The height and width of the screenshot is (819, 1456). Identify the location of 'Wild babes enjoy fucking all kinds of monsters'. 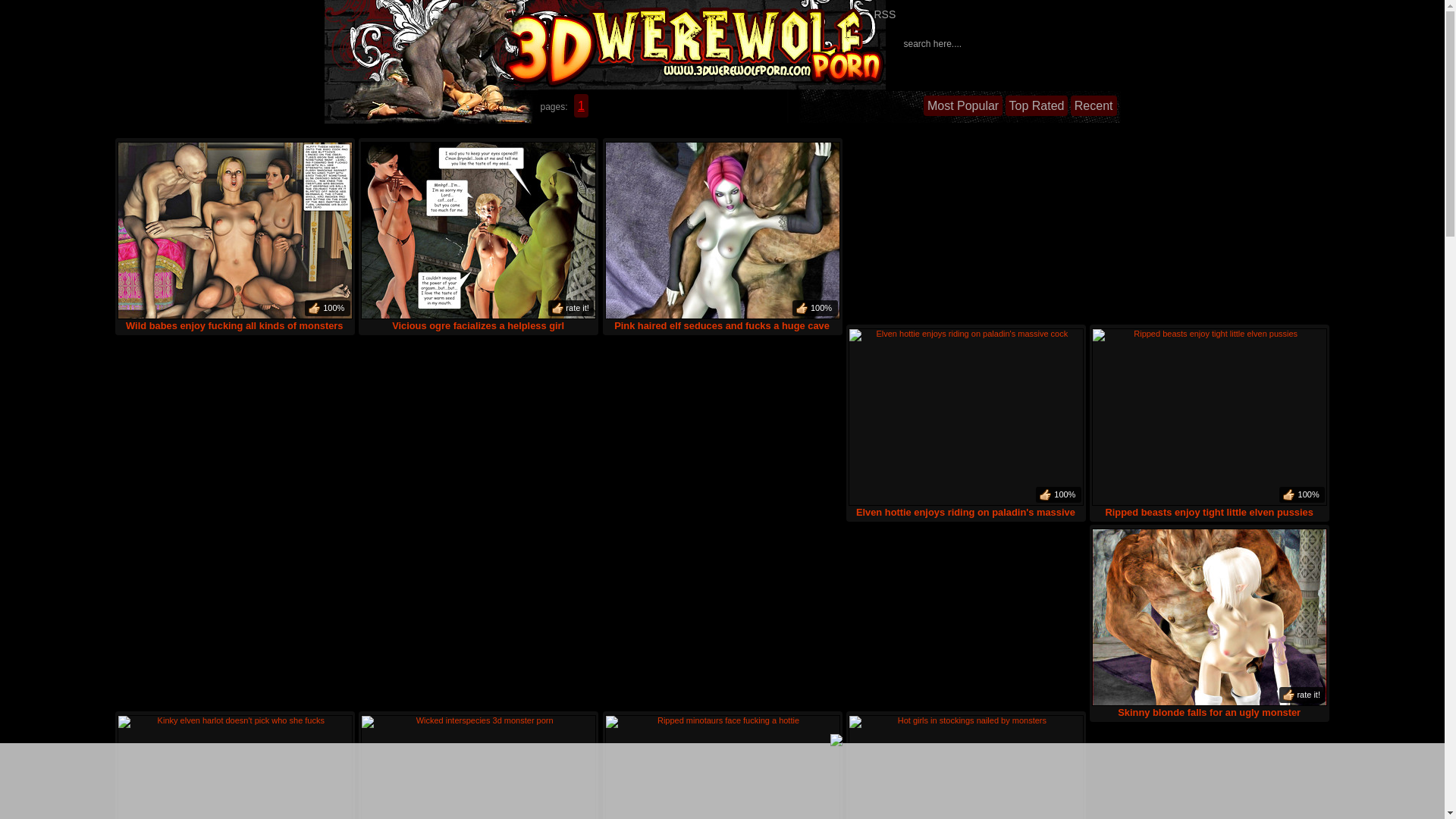
(234, 237).